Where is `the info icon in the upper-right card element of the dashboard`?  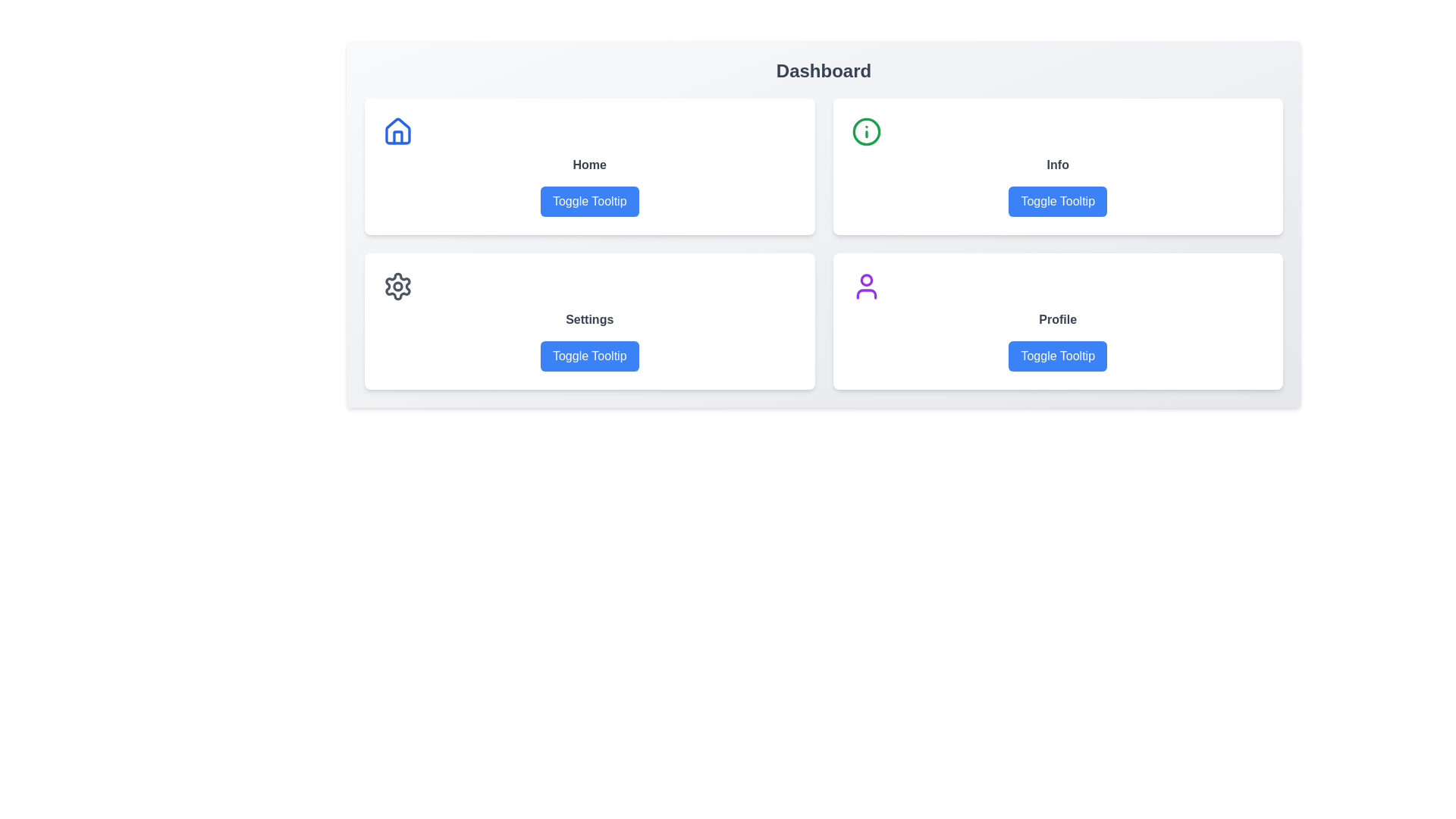 the info icon in the upper-right card element of the dashboard is located at coordinates (1057, 166).